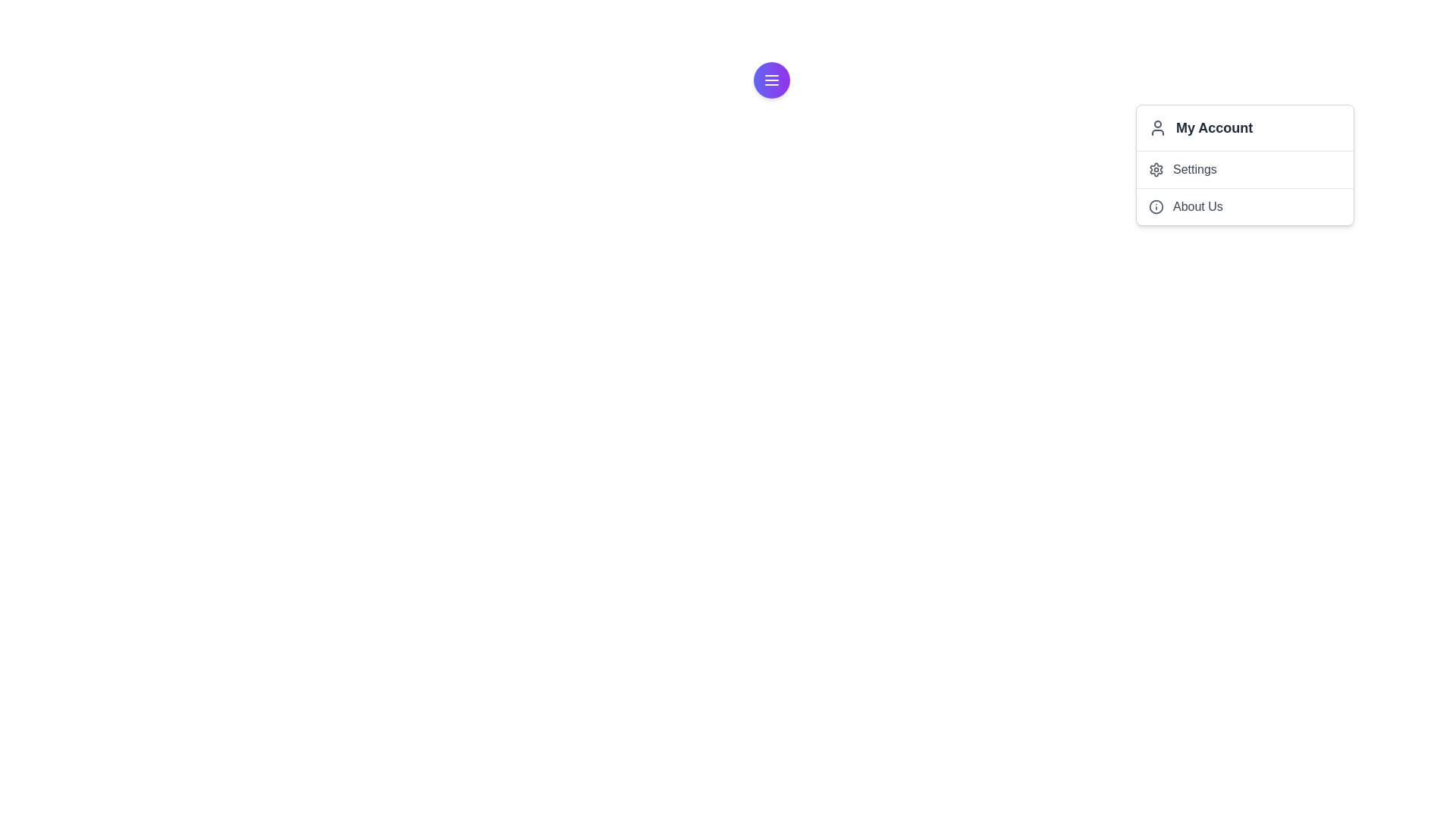 The width and height of the screenshot is (1456, 819). Describe the element at coordinates (1244, 127) in the screenshot. I see `the 'My Account' menu item, which is the first item in the dropdown menu` at that location.